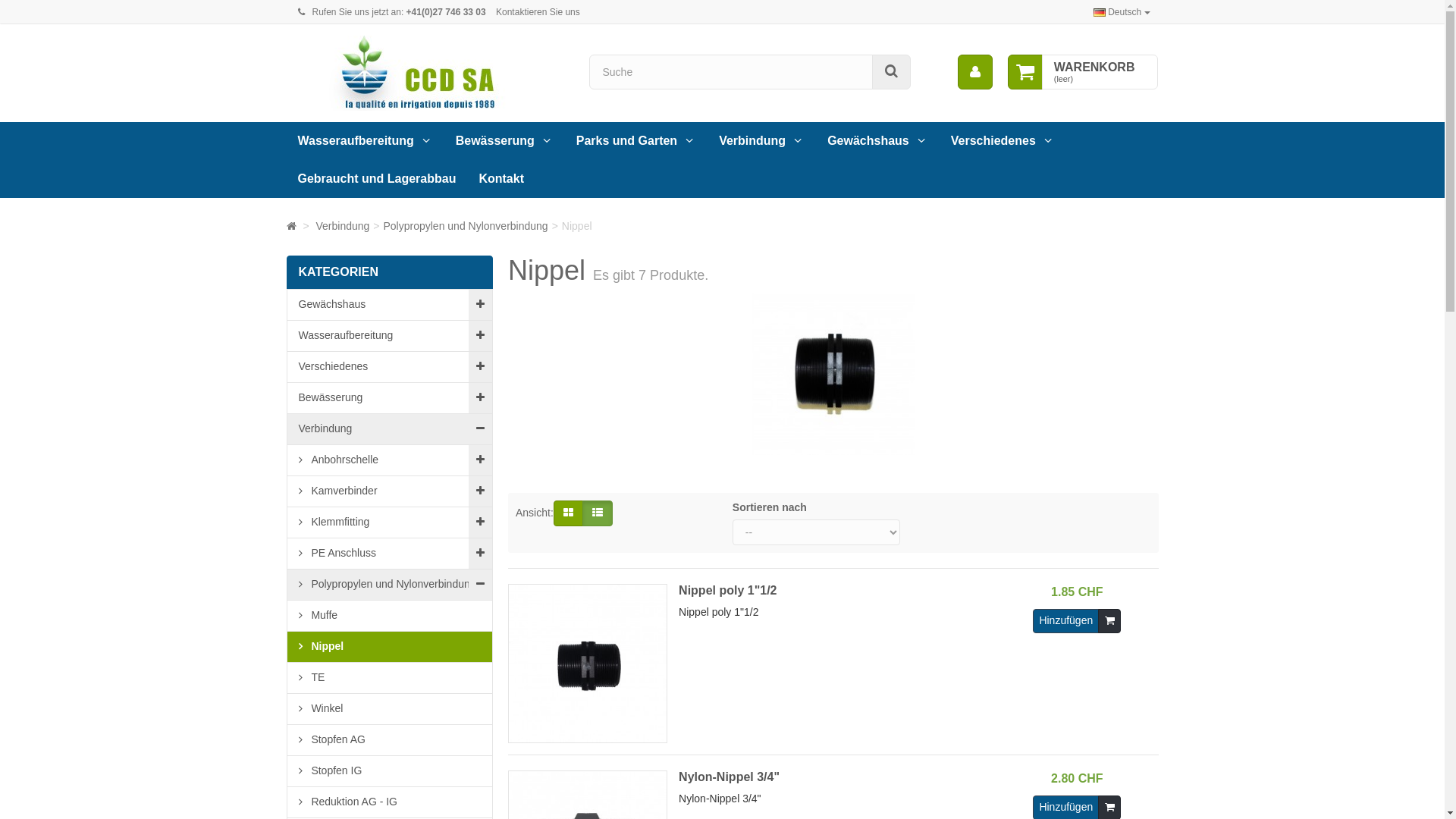  I want to click on 'Suche', so click(891, 72).